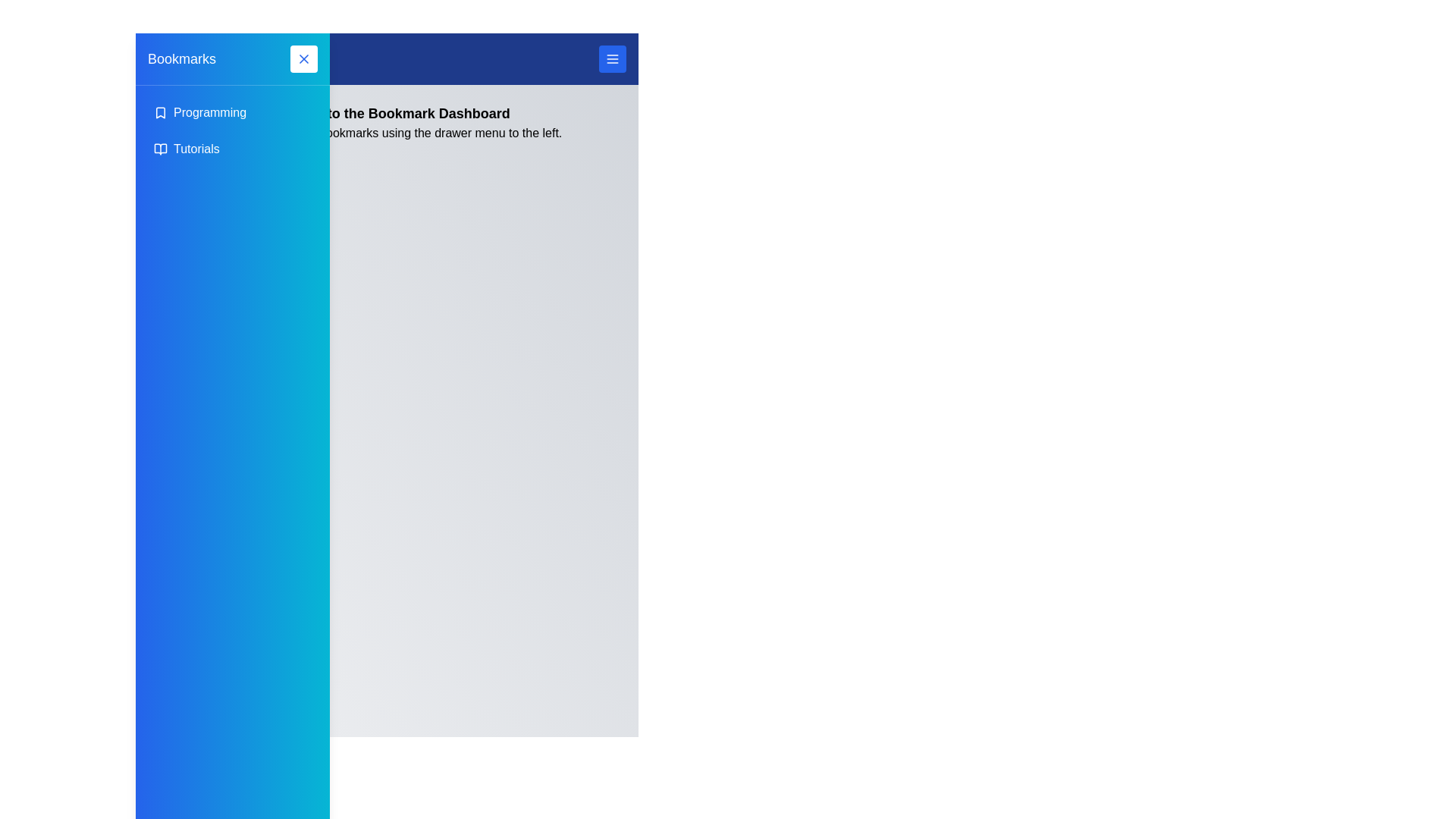  I want to click on the blue rectangular button with rounded corners containing a white hamburger menu icon located at the top-right corner of the blue navigation bar labeled 'Dashboard', so click(612, 58).